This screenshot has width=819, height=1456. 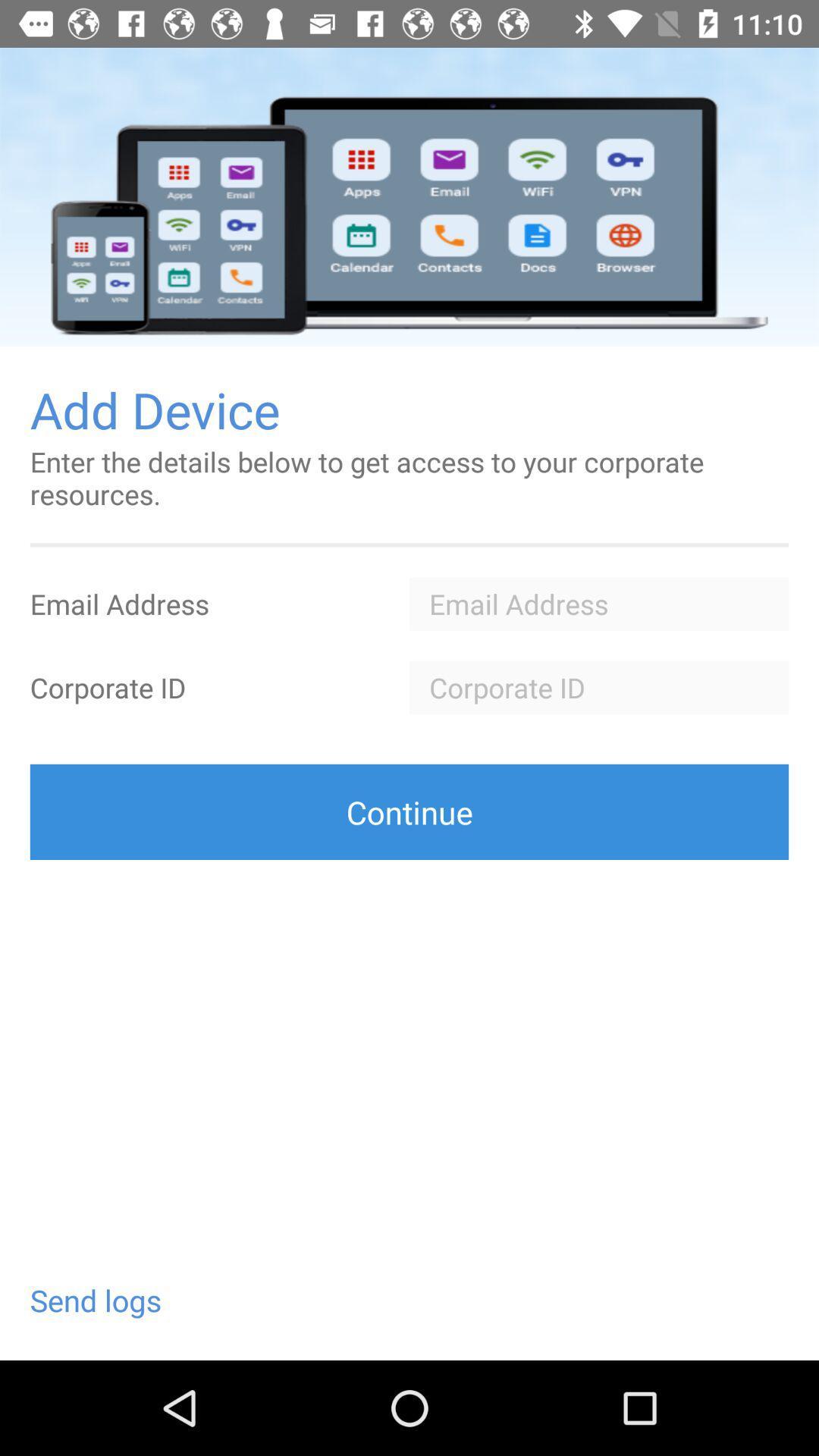 I want to click on the item below add device, so click(x=409, y=477).